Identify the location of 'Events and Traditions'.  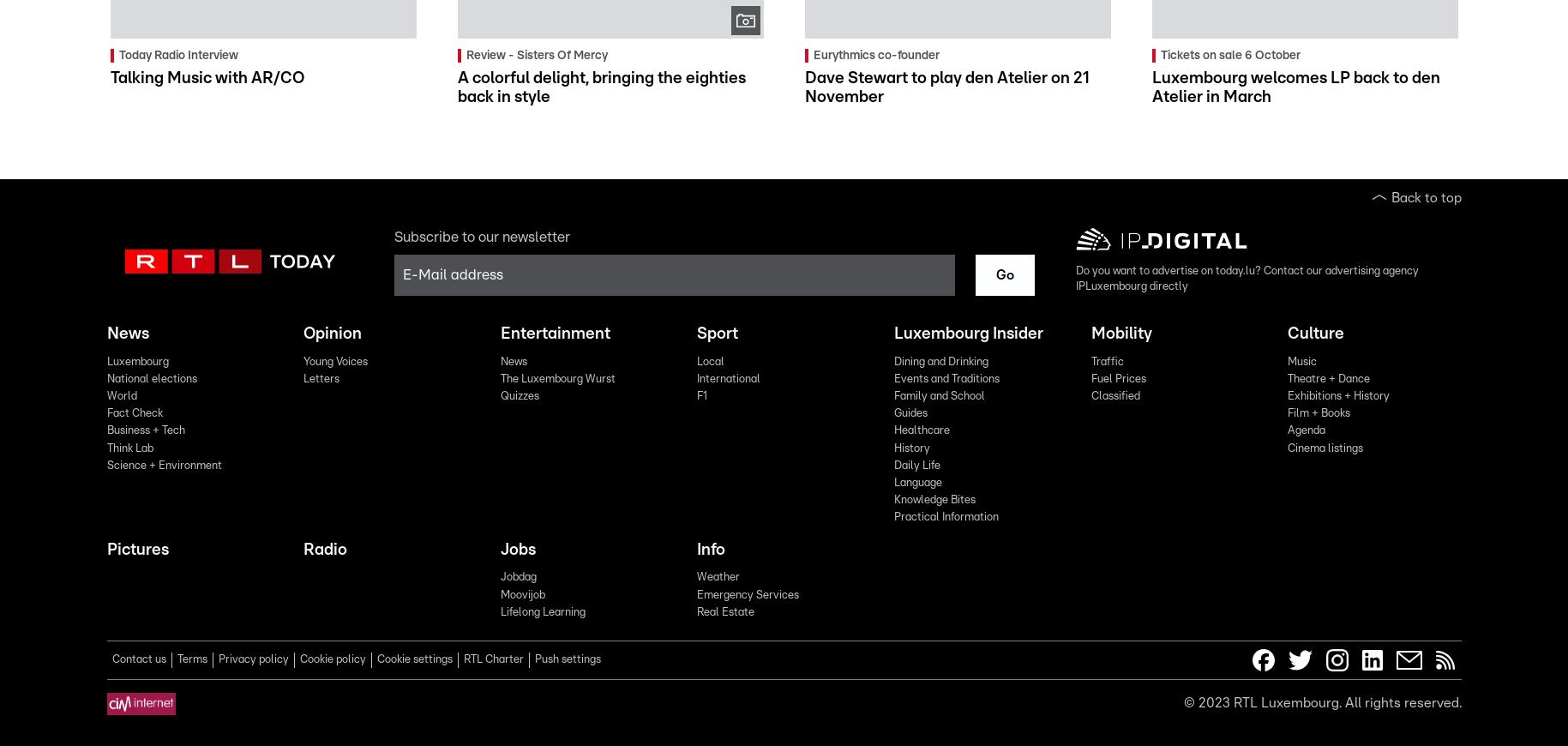
(945, 377).